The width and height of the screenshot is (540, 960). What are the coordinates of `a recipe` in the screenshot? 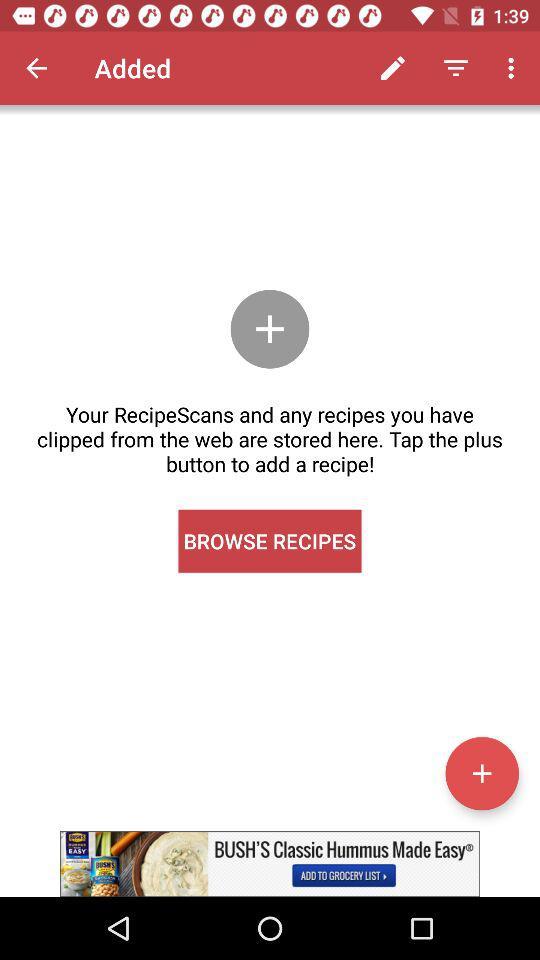 It's located at (481, 772).